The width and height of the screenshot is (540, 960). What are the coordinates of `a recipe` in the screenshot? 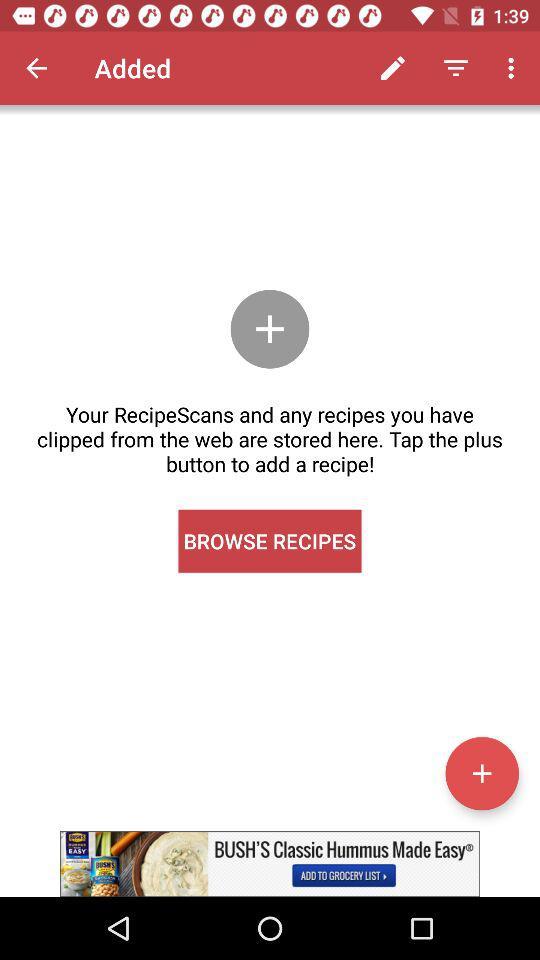 It's located at (481, 772).